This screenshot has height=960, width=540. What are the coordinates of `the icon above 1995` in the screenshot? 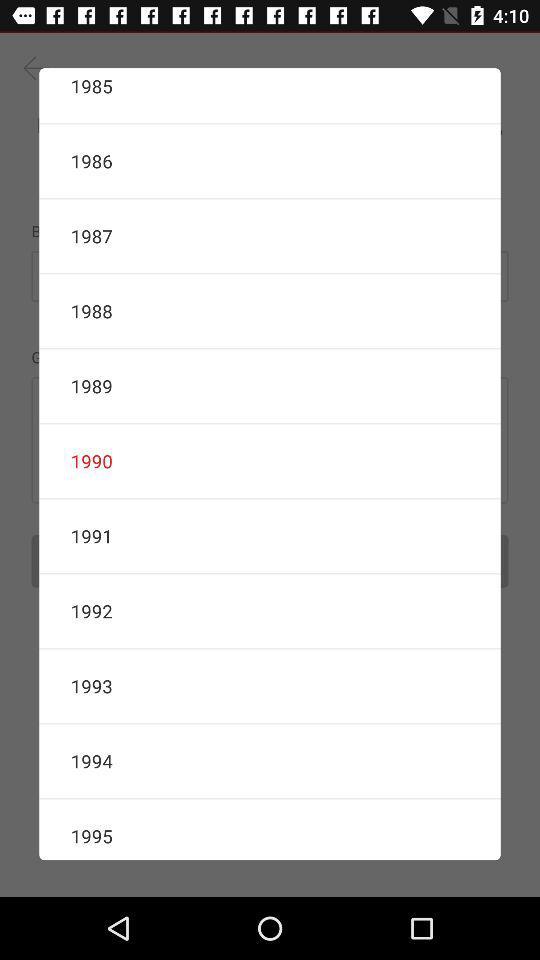 It's located at (270, 760).